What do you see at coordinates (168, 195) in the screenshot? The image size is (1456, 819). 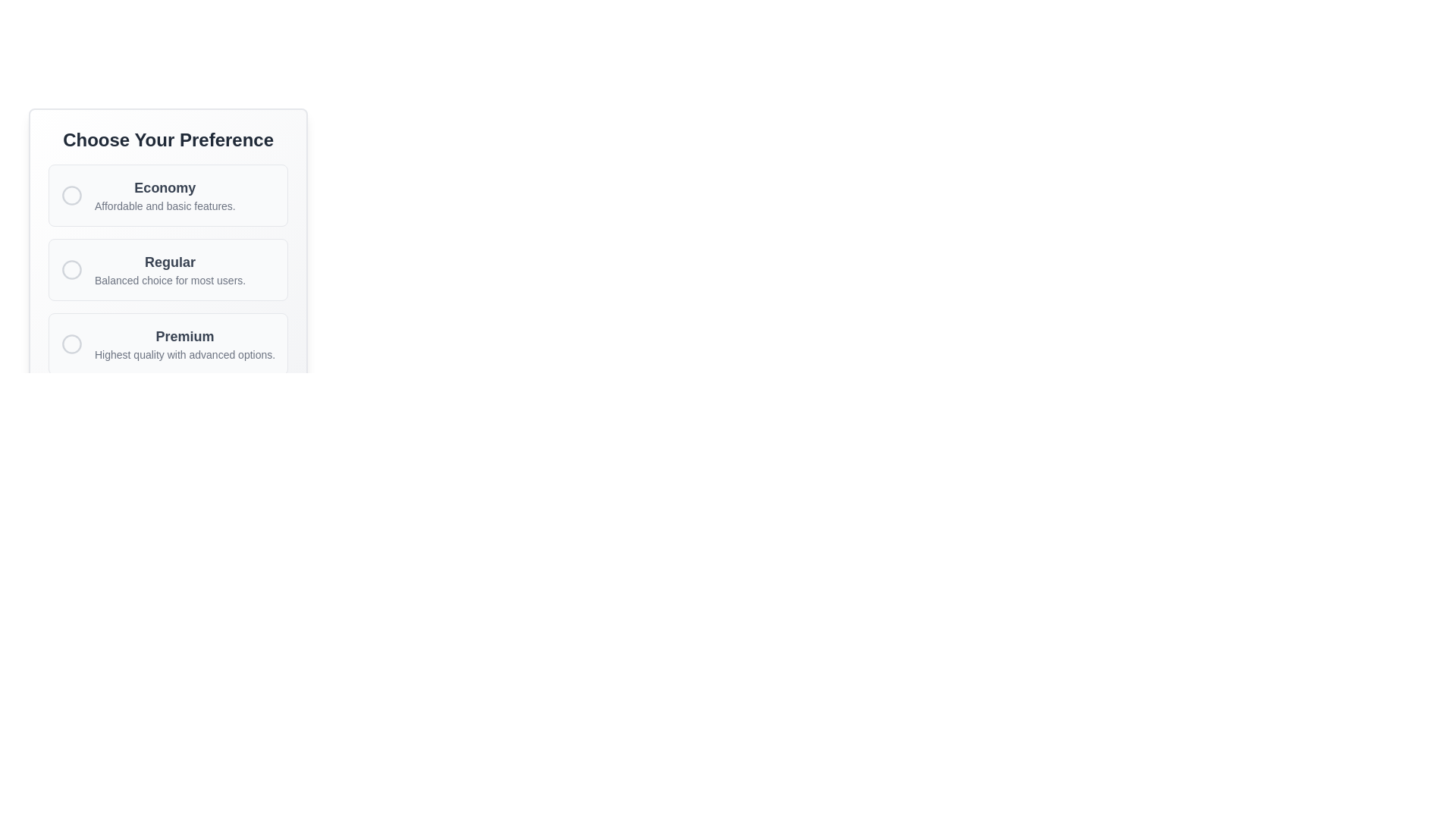 I see `the first selectable option in the radio button group labeled 'Economy' under the title 'Choose Your Preference'` at bounding box center [168, 195].